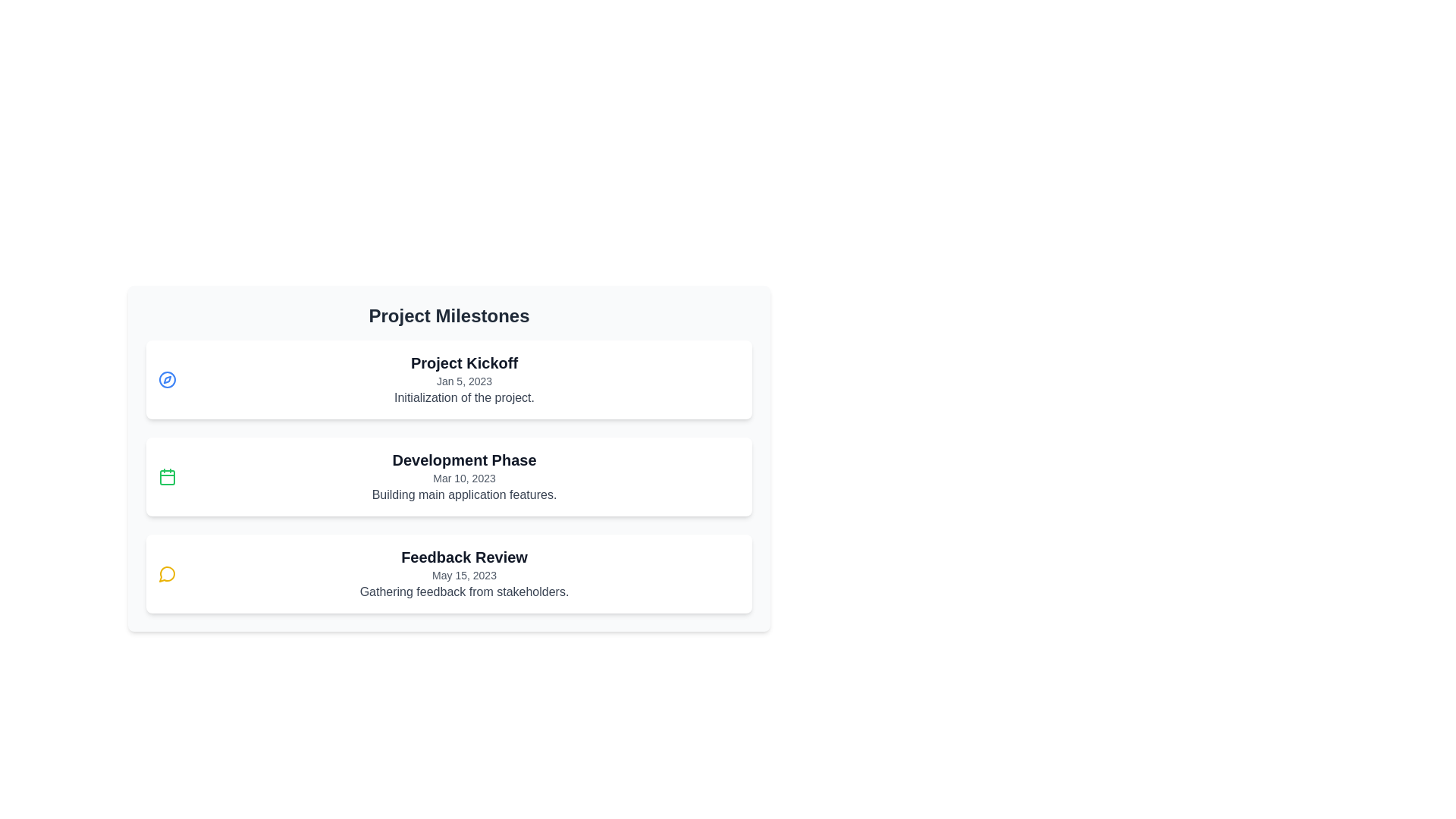  I want to click on the inner blue-stroke circle element of the compass icon located to the left of the 'Project Kickoff' milestone item in the vertical list of project milestones, so click(167, 379).